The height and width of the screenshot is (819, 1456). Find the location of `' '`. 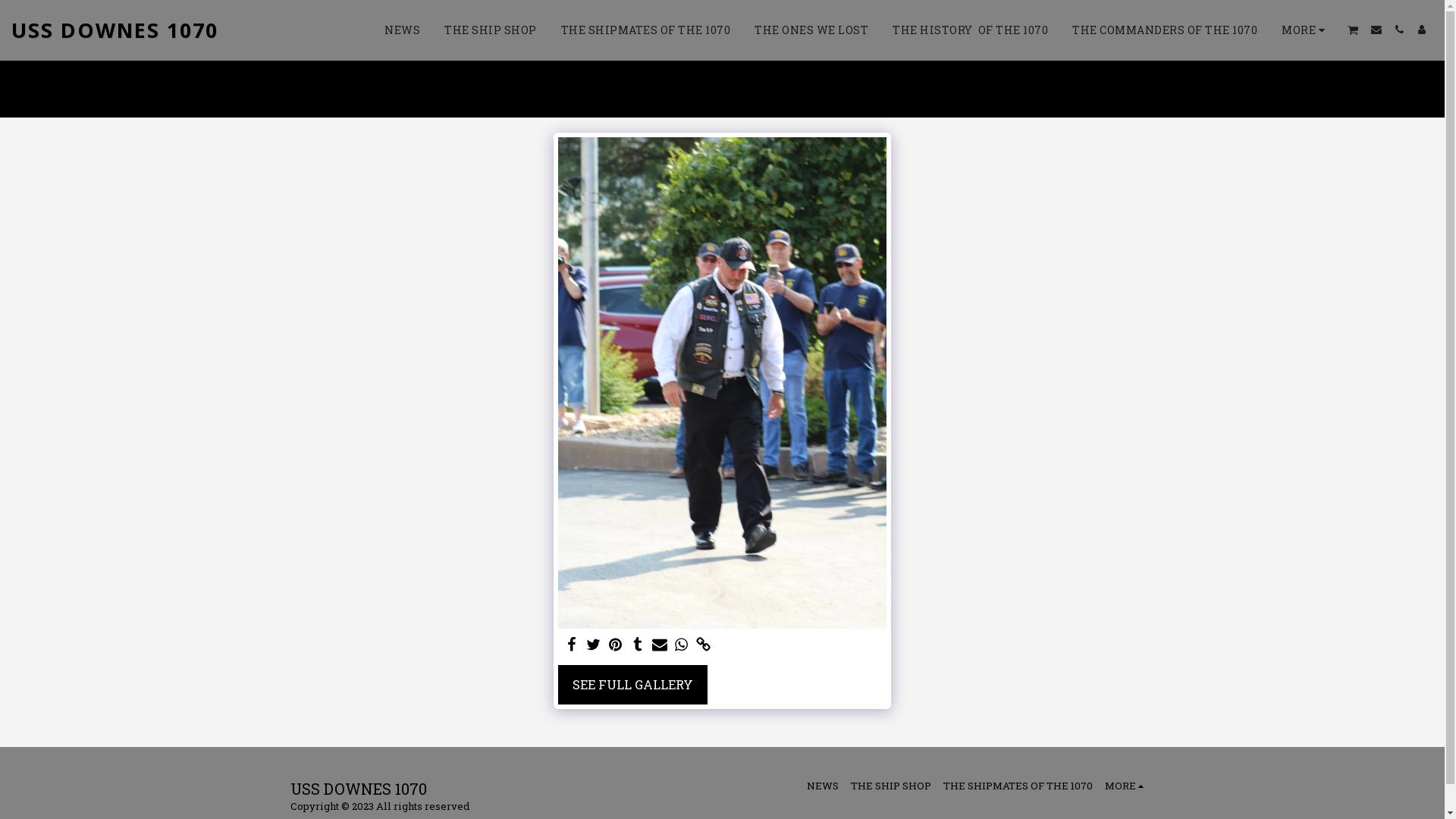

' ' is located at coordinates (607, 645).